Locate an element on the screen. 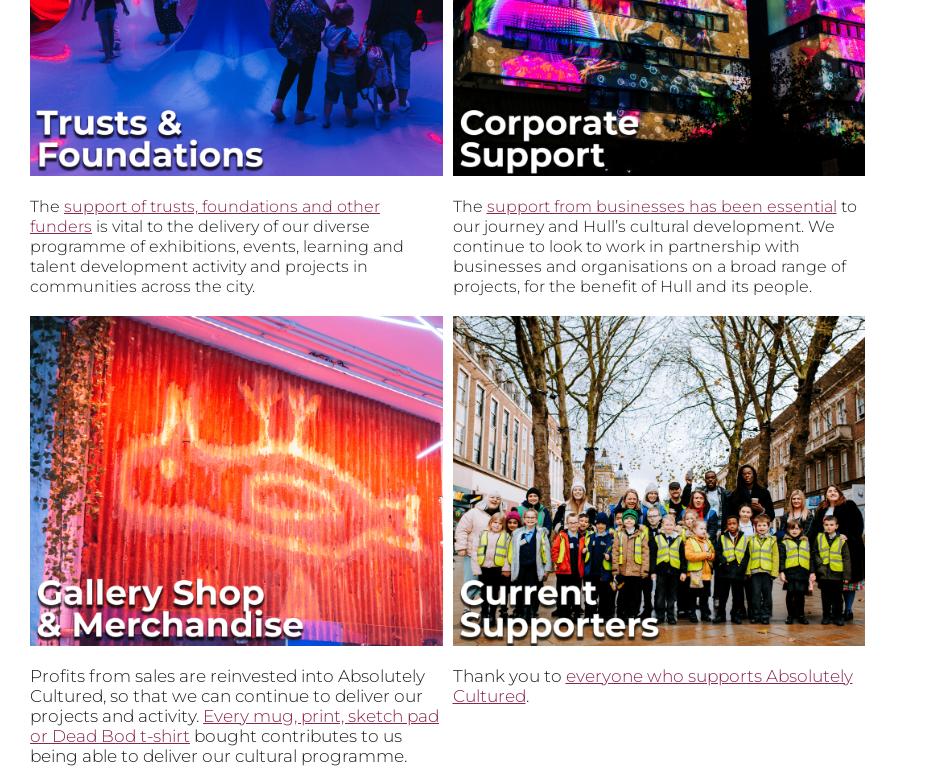 The image size is (950, 784). 'Thank you to' is located at coordinates (451, 675).